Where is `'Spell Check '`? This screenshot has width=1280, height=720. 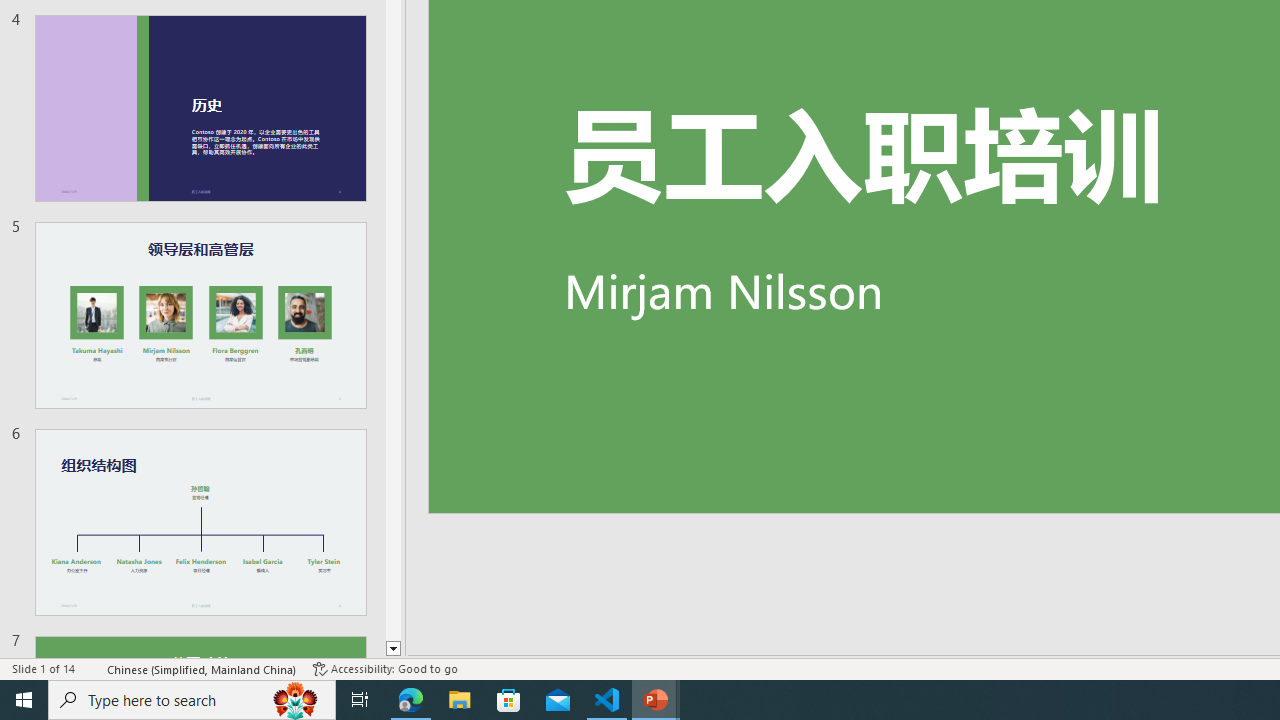
'Spell Check ' is located at coordinates (91, 669).